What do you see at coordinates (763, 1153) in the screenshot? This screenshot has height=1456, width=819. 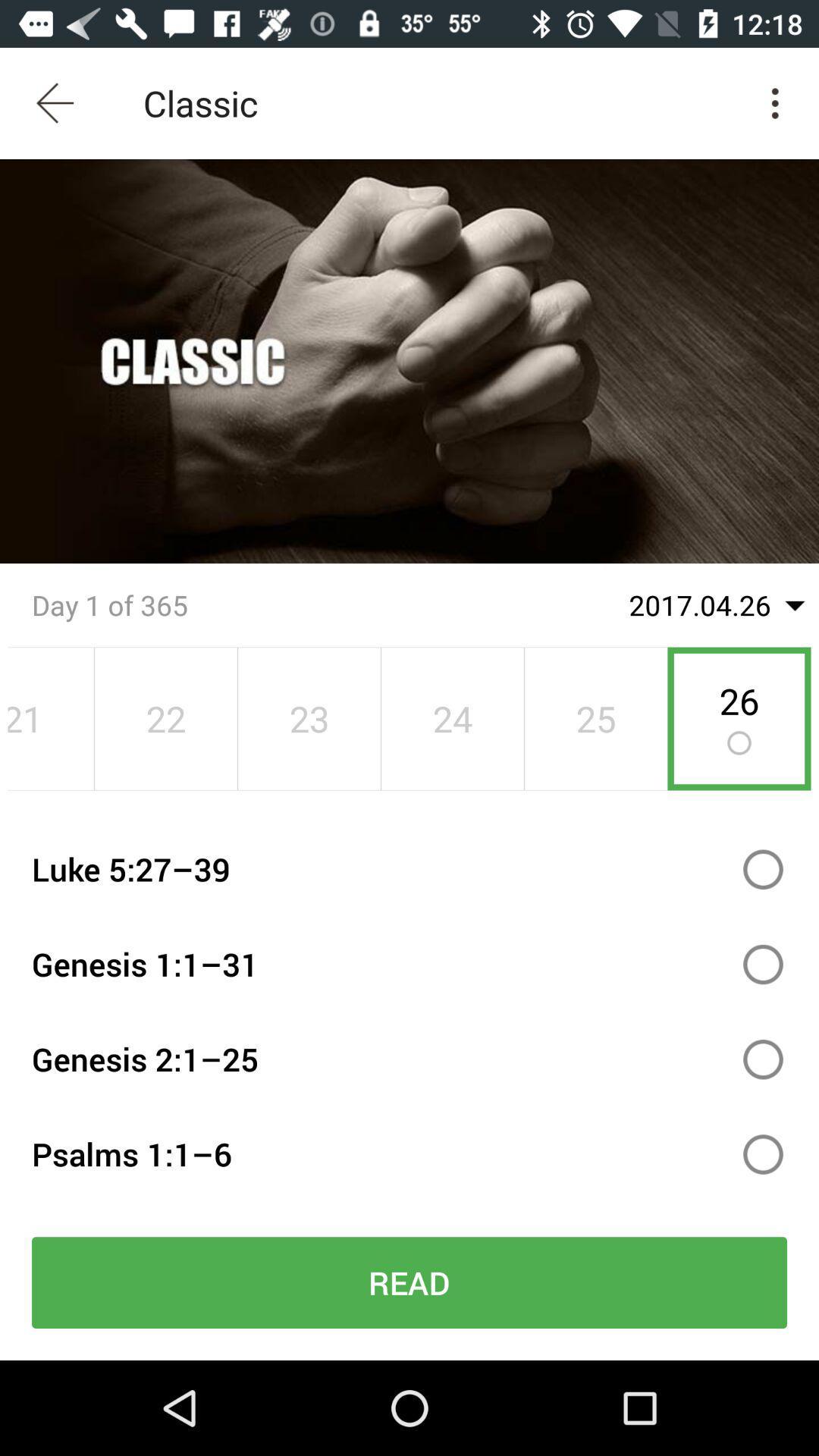 I see `click select` at bounding box center [763, 1153].